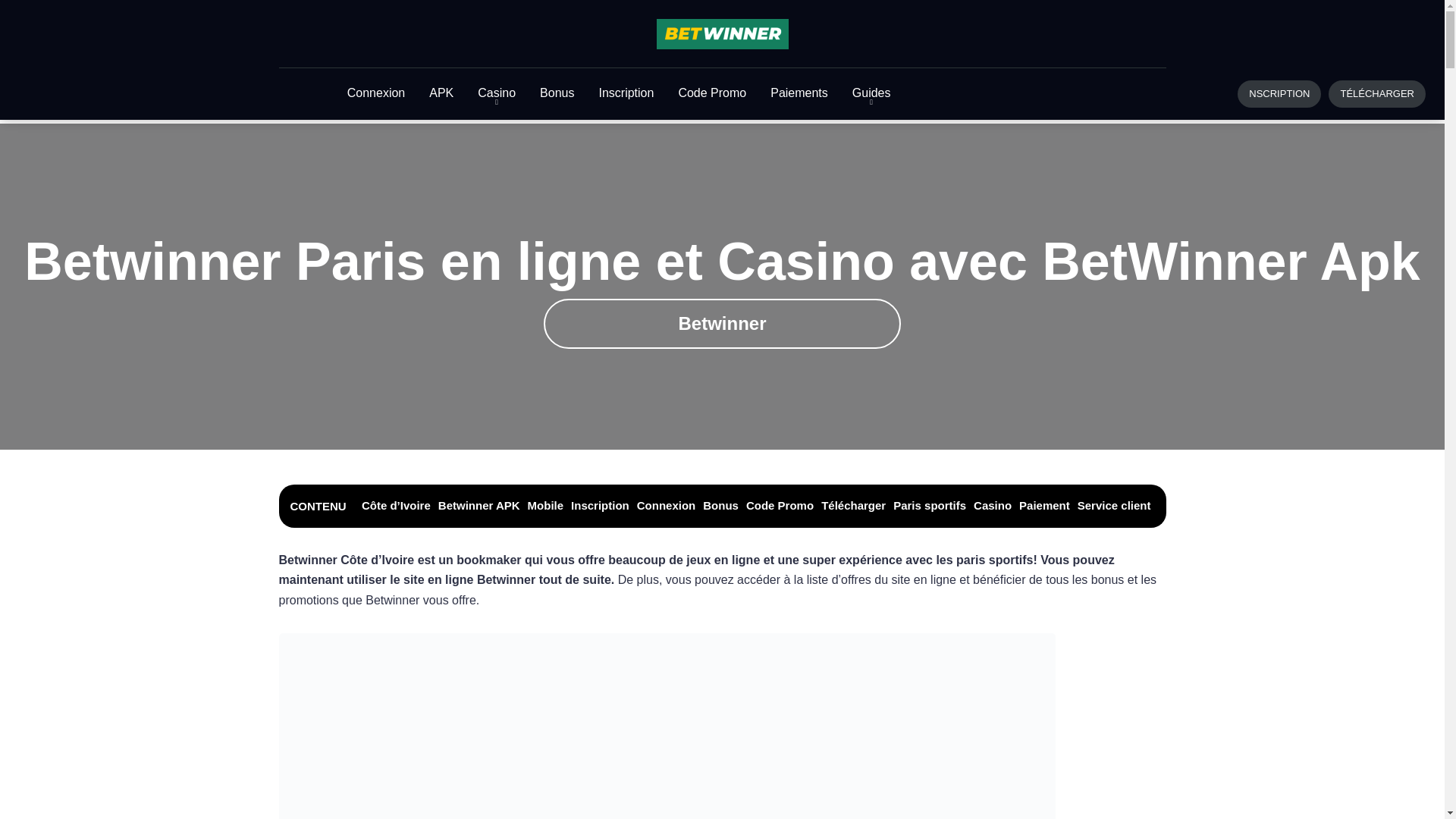 Image resolution: width=1456 pixels, height=819 pixels. What do you see at coordinates (666, 505) in the screenshot?
I see `'Connexion'` at bounding box center [666, 505].